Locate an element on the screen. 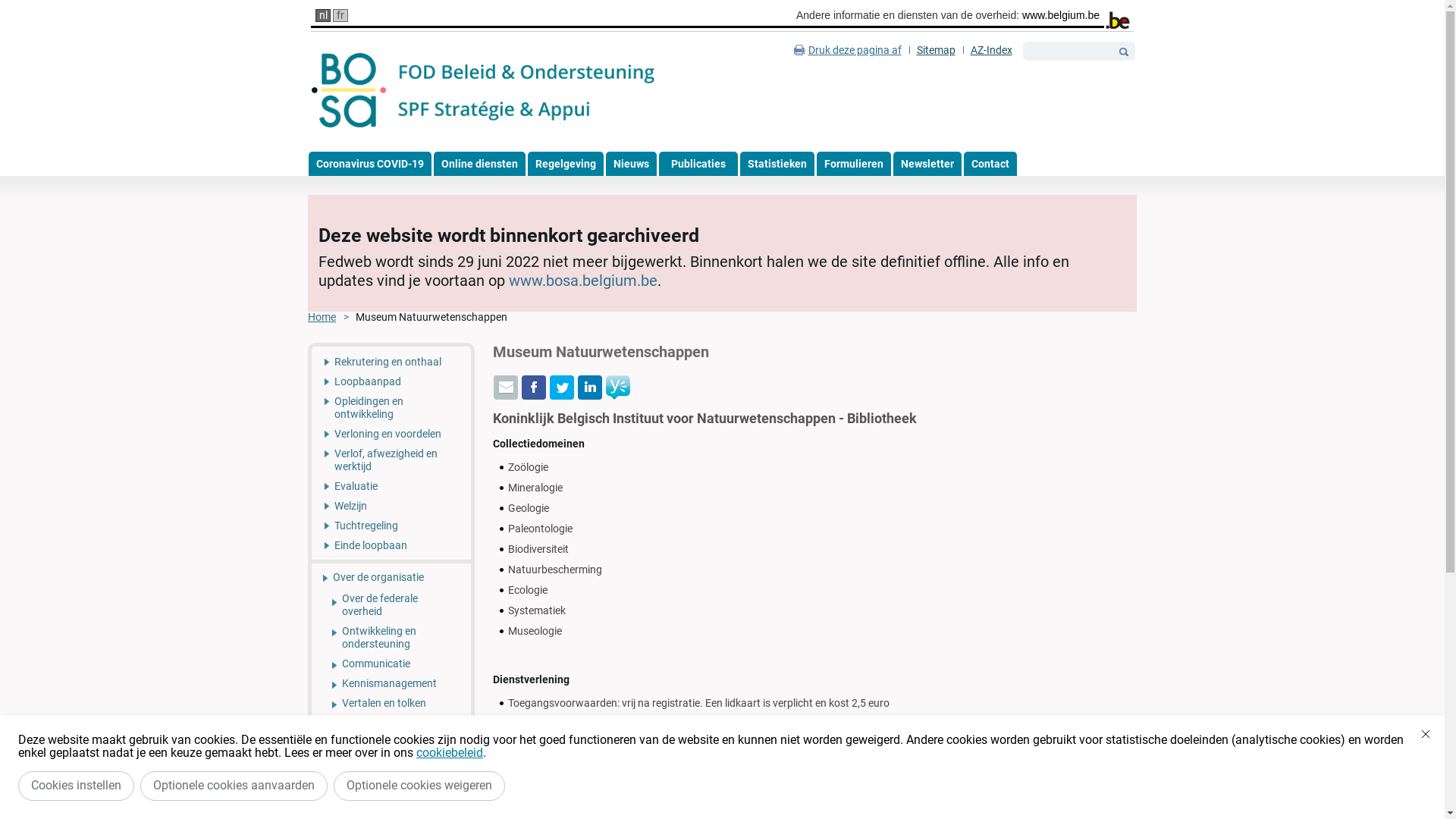 The width and height of the screenshot is (1456, 819). 'Over de federale overheid' is located at coordinates (391, 604).